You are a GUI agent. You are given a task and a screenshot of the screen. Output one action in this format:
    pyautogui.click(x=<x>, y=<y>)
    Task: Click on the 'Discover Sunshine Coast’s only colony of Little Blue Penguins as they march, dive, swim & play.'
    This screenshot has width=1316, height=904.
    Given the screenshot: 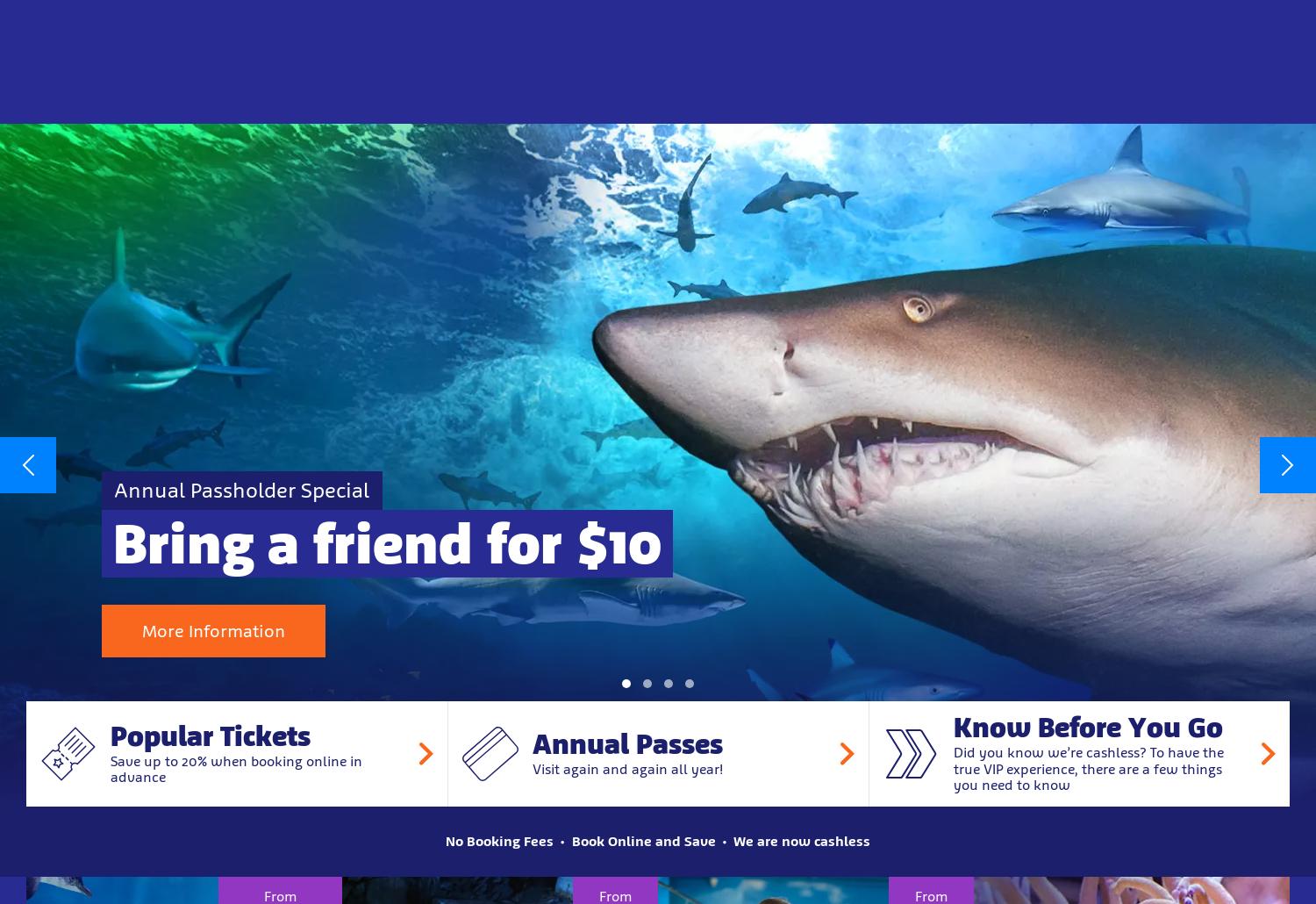 What is the action you would take?
    pyautogui.click(x=958, y=305)
    